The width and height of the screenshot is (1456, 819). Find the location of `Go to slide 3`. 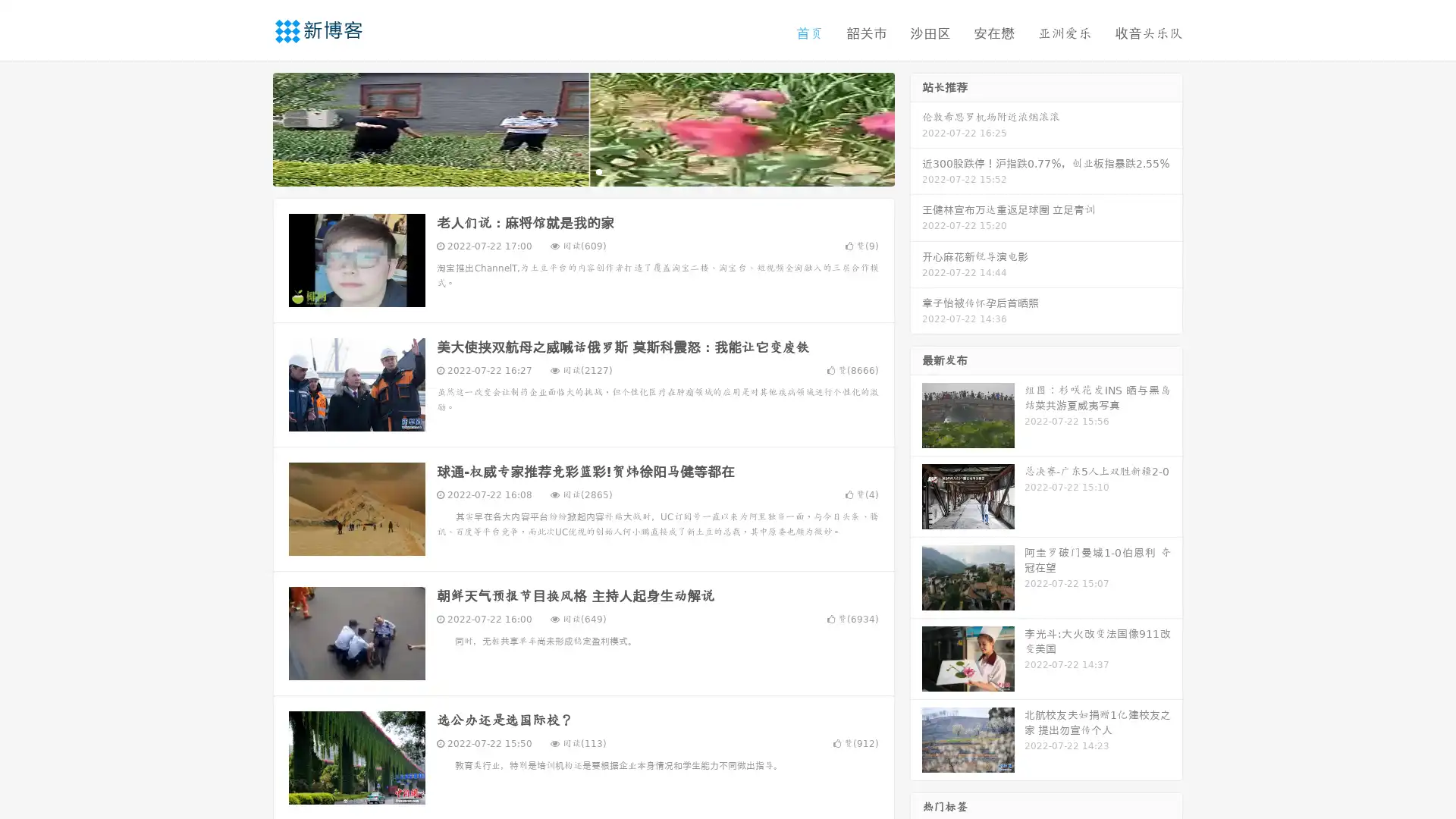

Go to slide 3 is located at coordinates (598, 171).